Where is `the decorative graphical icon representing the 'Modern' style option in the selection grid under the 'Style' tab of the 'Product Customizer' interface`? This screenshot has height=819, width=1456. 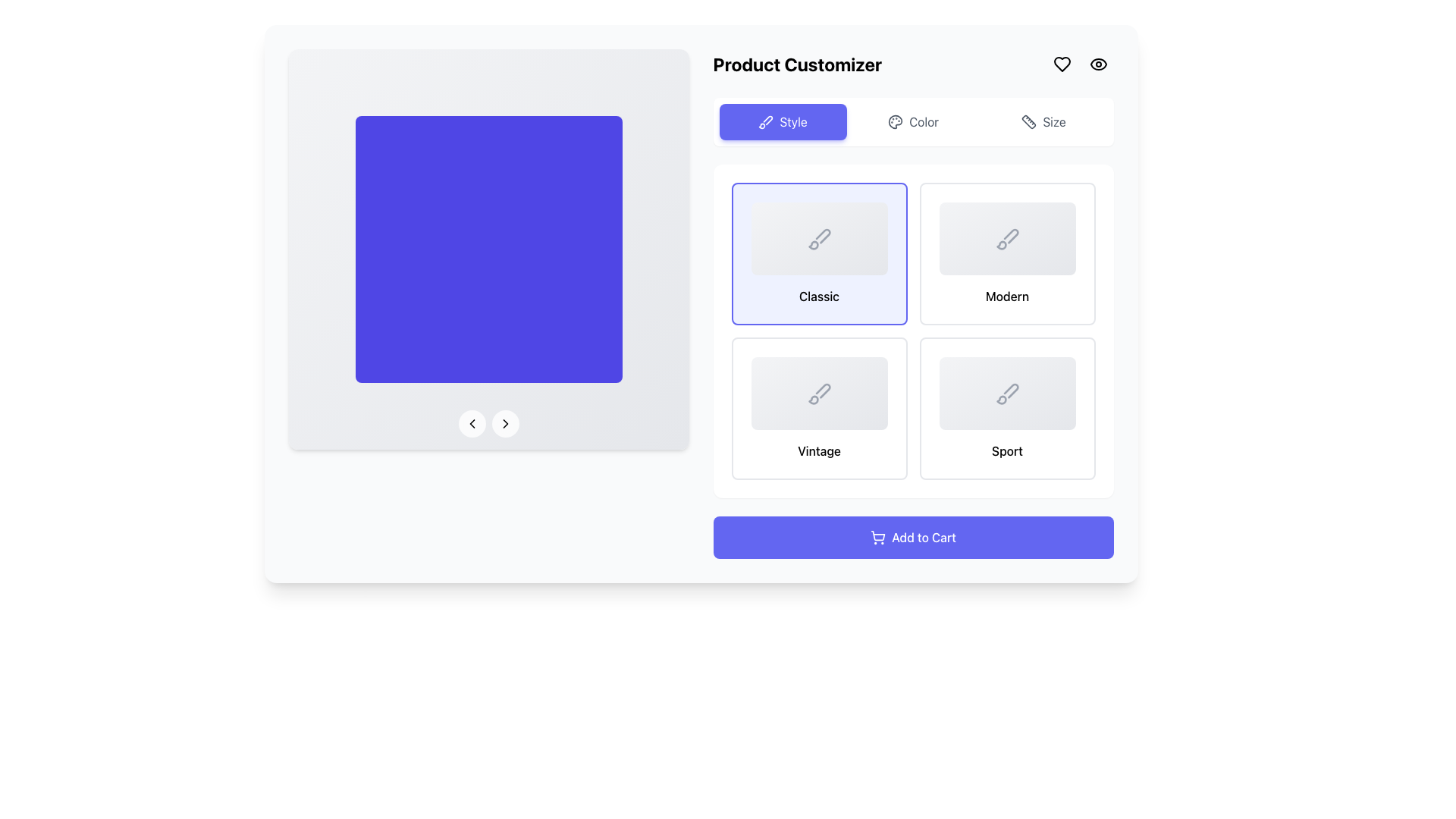
the decorative graphical icon representing the 'Modern' style option in the selection grid under the 'Style' tab of the 'Product Customizer' interface is located at coordinates (1011, 236).